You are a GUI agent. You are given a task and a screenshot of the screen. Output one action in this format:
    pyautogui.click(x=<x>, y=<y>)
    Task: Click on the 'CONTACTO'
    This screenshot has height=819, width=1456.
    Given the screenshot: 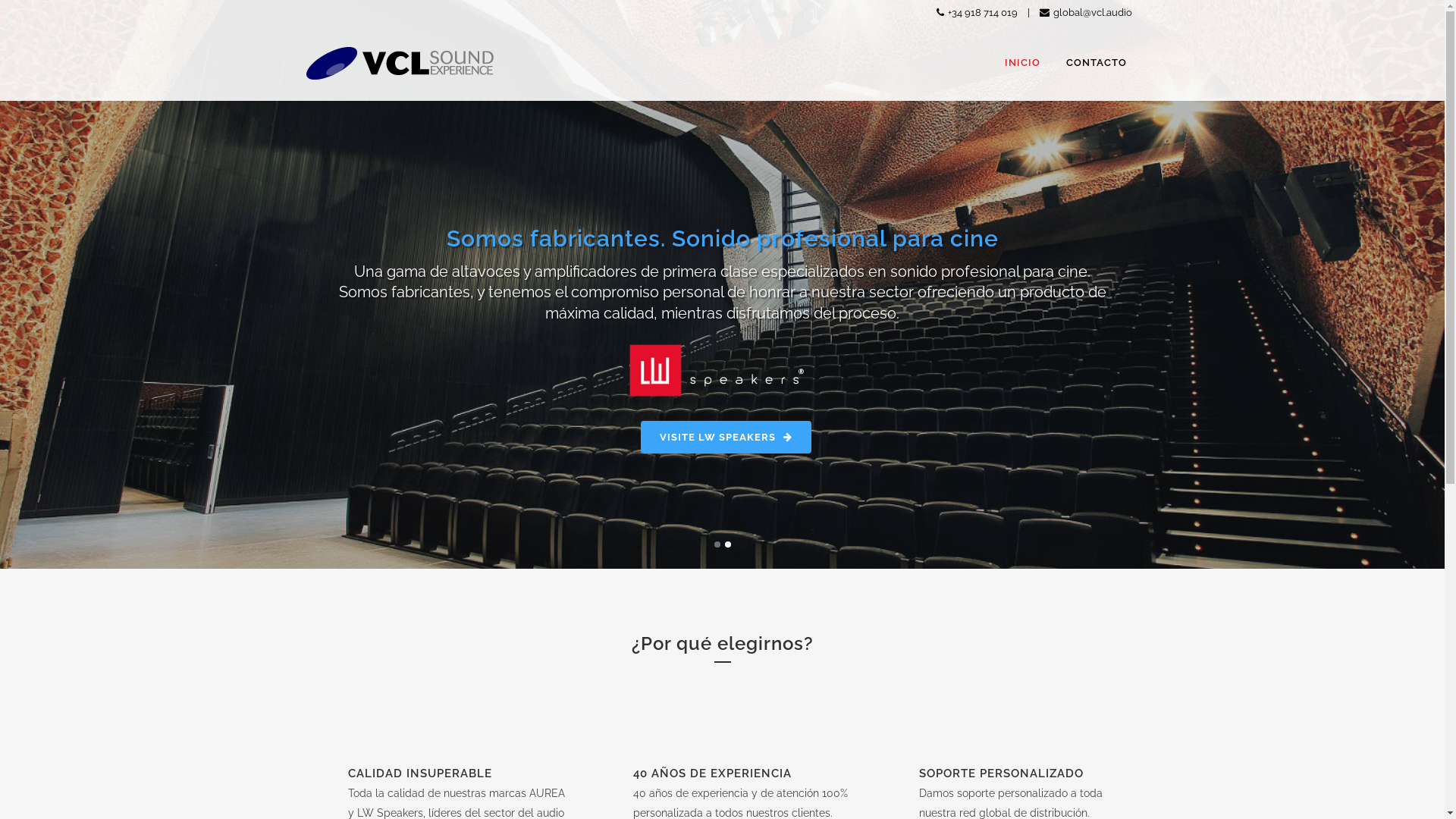 What is the action you would take?
    pyautogui.click(x=1095, y=62)
    